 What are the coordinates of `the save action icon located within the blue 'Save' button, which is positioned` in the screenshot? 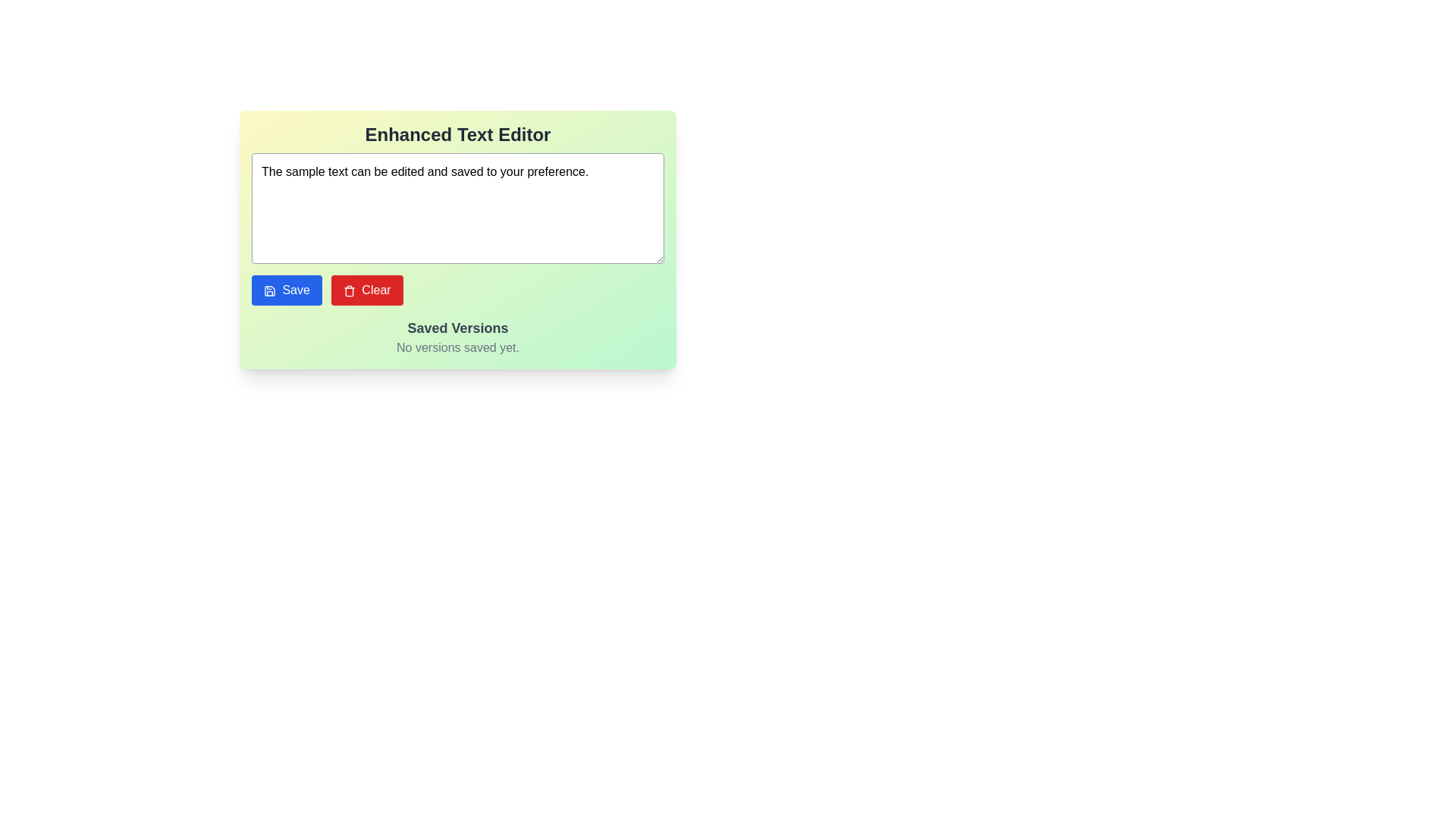 It's located at (269, 290).